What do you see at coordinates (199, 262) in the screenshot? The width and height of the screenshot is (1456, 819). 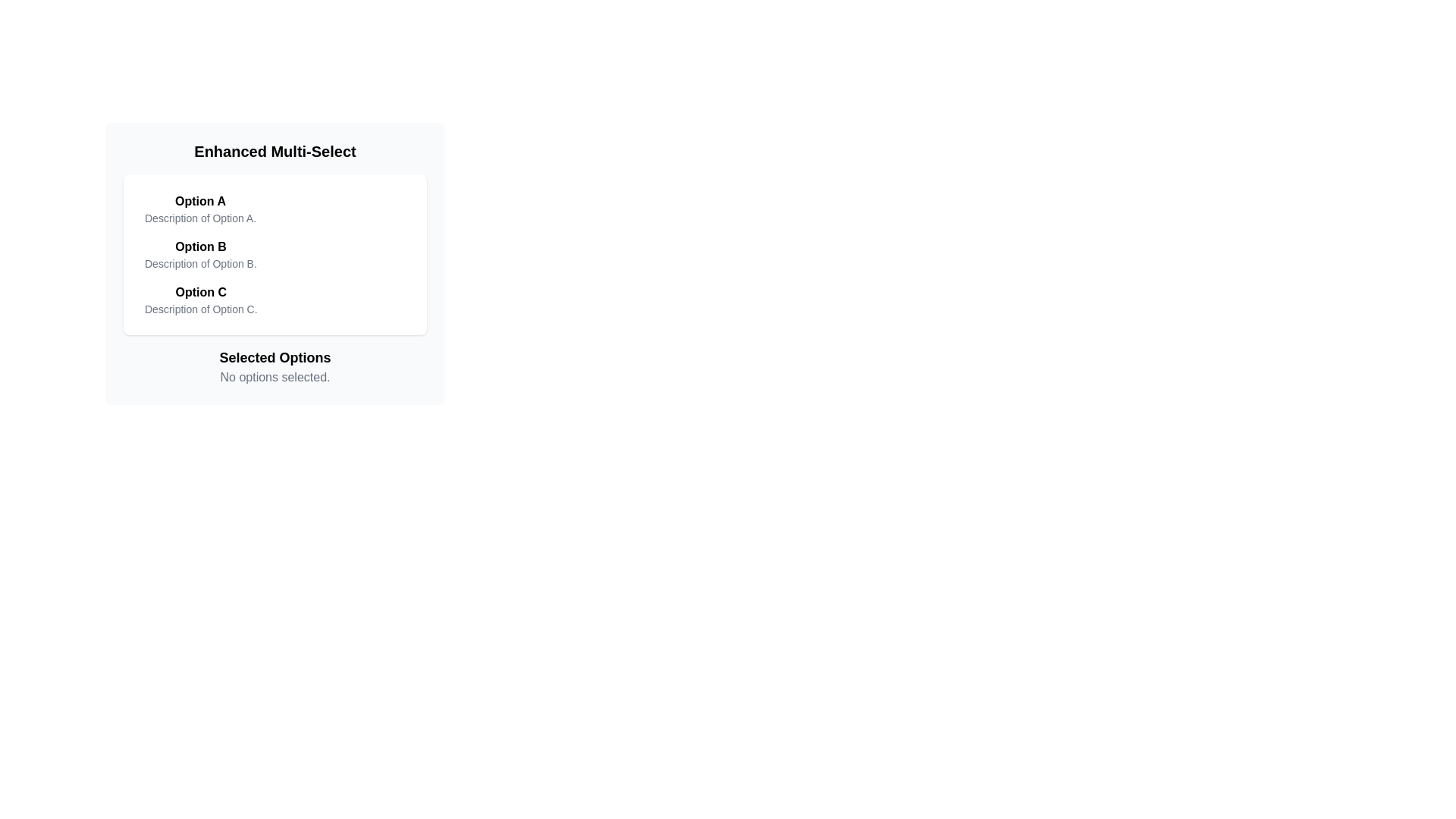 I see `descriptive paragraph text element located directly beneath the title 'Option B' within the 'Enhanced Multi-Select' card-like component` at bounding box center [199, 262].